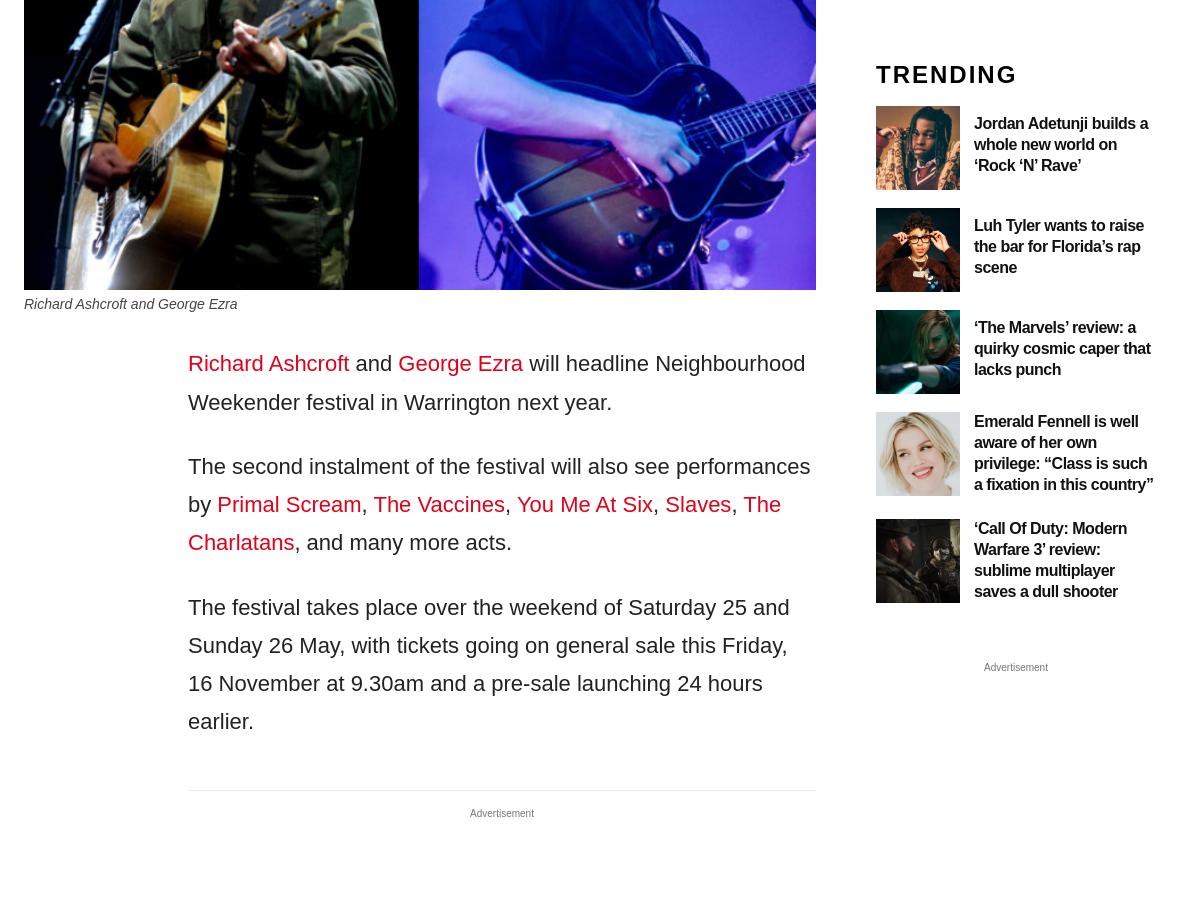  What do you see at coordinates (1061, 347) in the screenshot?
I see `'‘The Marvels’ review: a quirky cosmic caper that lacks punch'` at bounding box center [1061, 347].